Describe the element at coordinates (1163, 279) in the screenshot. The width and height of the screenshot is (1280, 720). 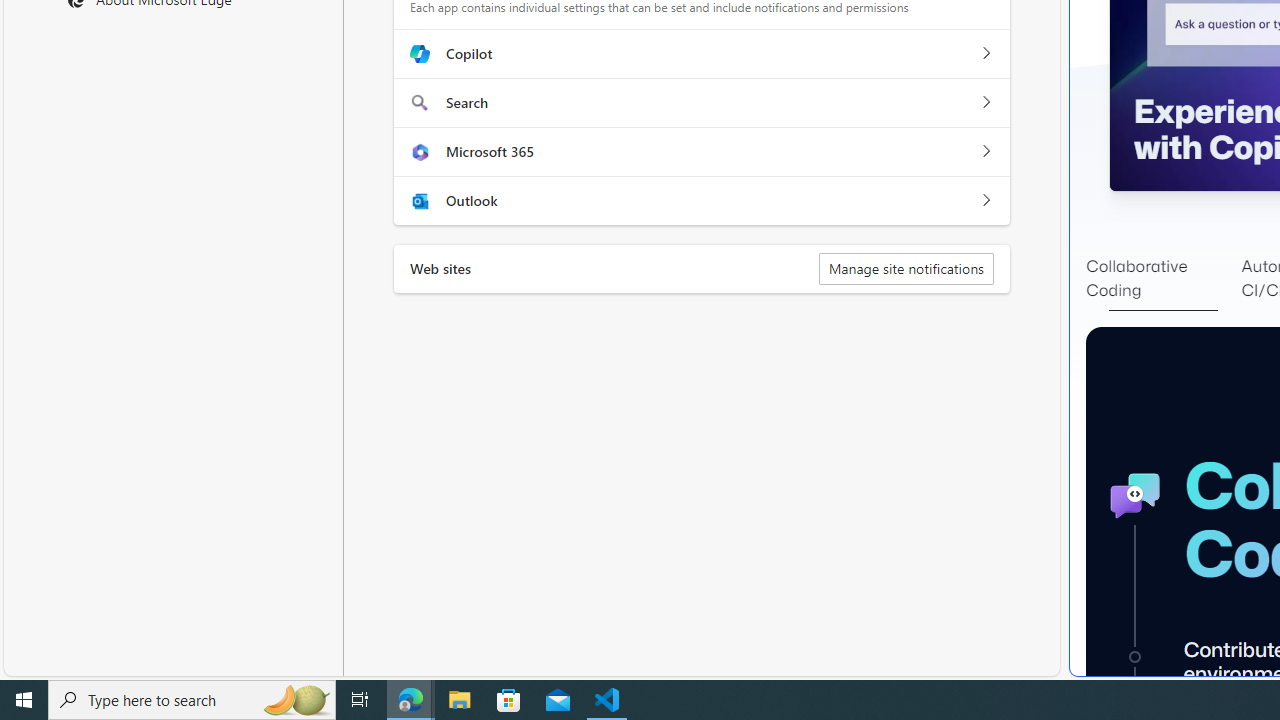
I see `'Collaborative Coding'` at that location.